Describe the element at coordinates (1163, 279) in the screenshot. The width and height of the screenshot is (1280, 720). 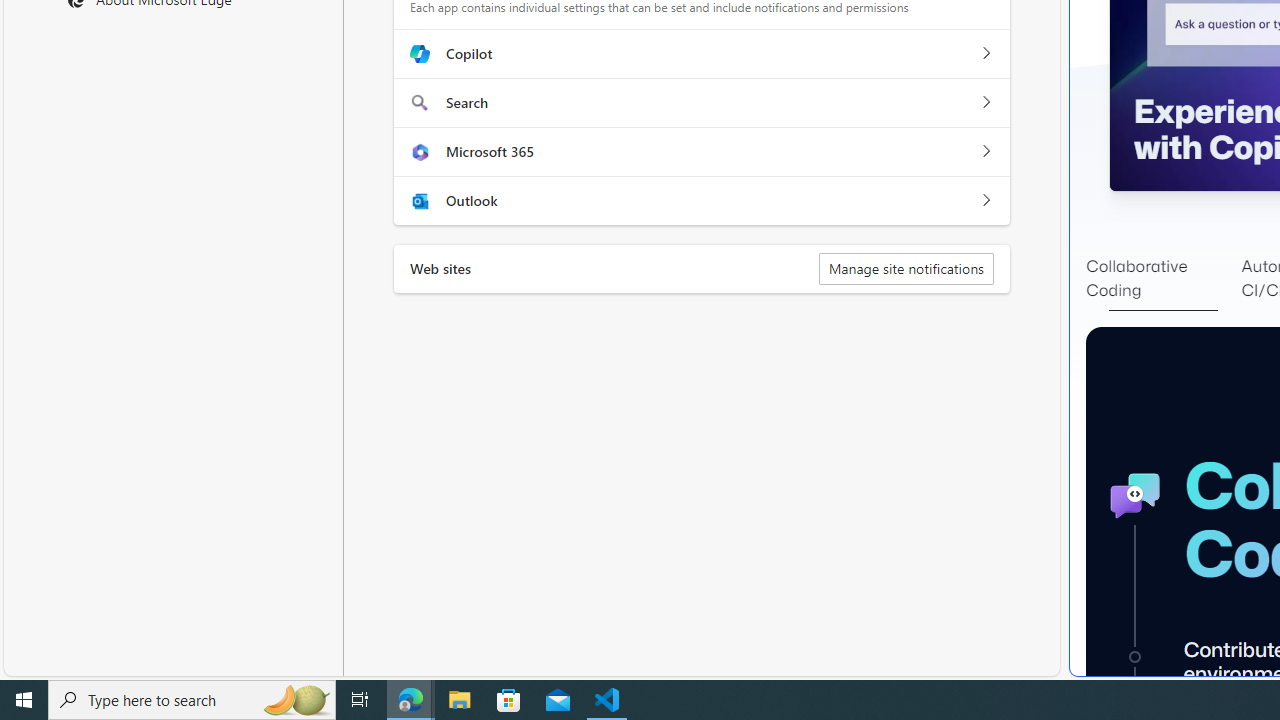
I see `'Collaborative Coding'` at that location.